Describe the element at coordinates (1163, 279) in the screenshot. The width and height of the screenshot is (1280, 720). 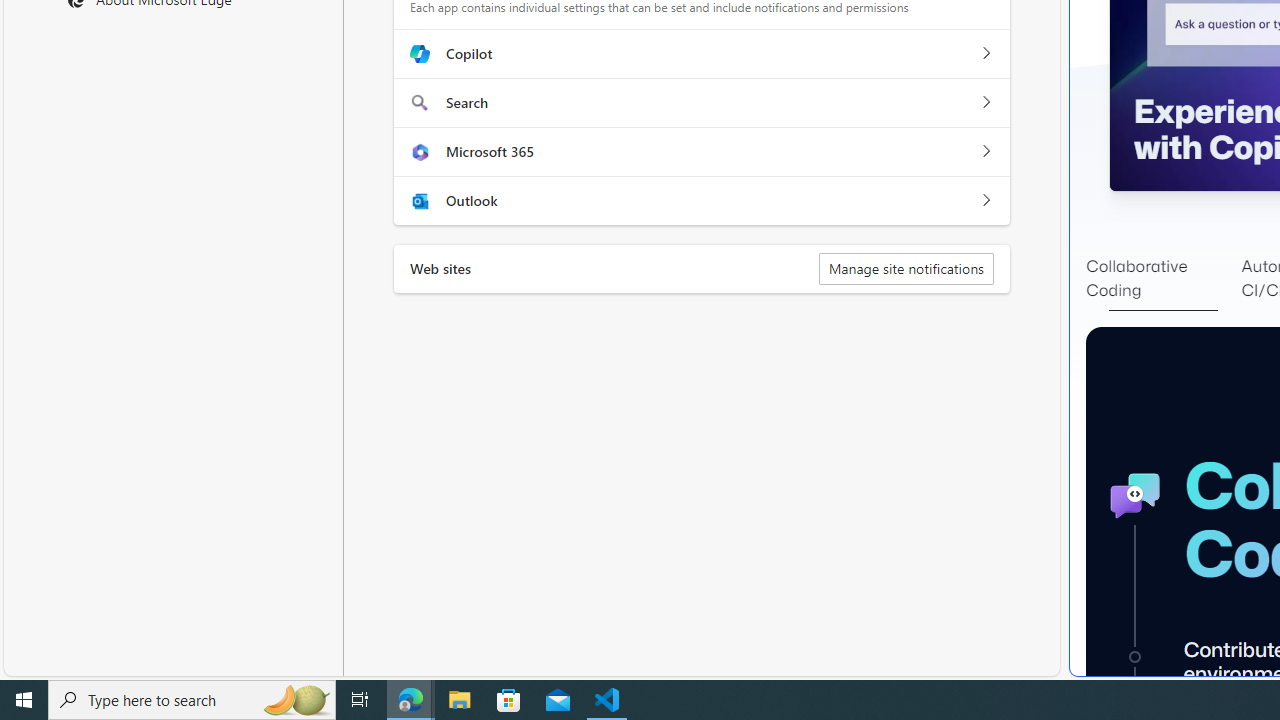
I see `'Collaborative Coding'` at that location.